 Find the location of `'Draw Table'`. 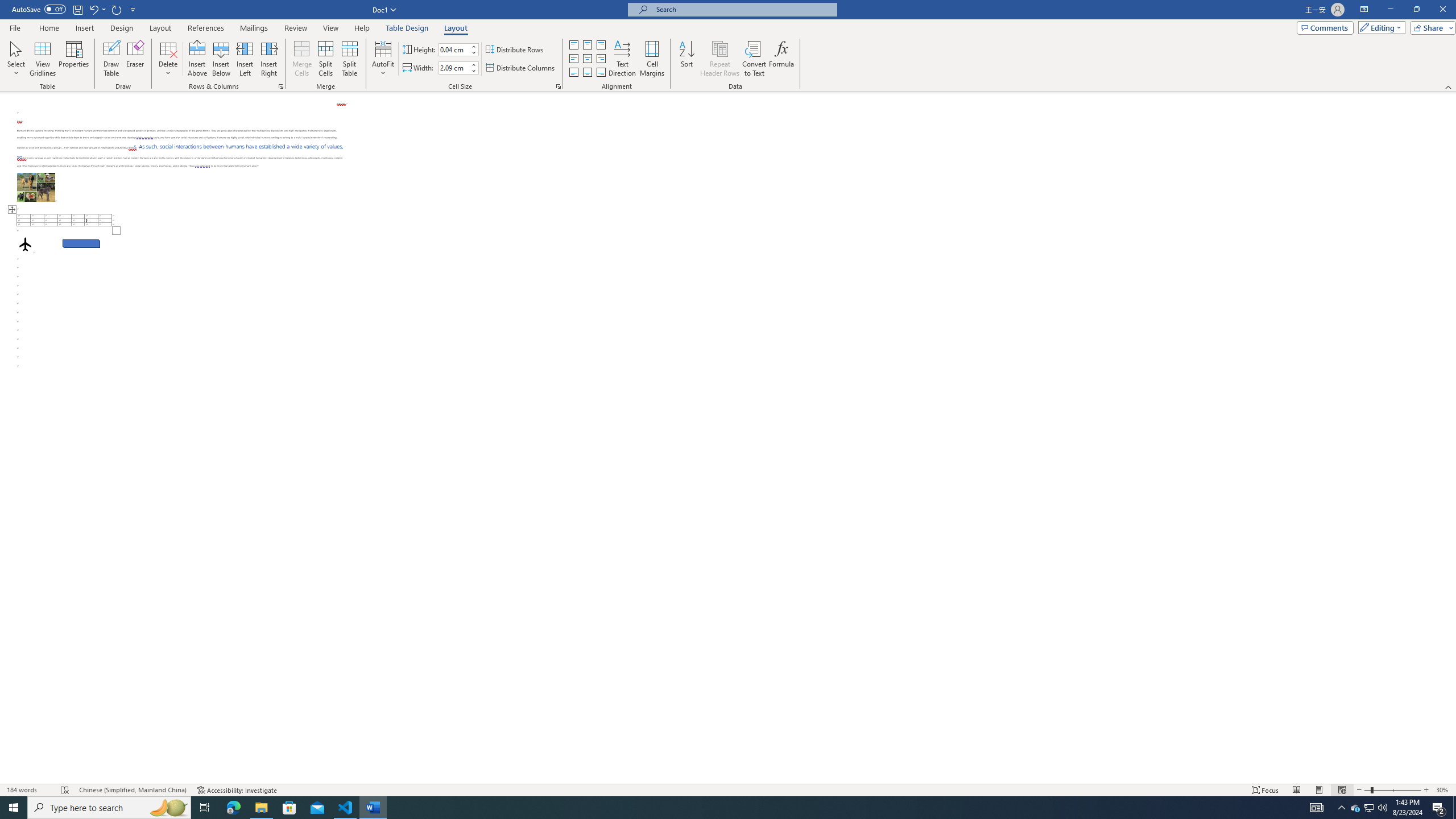

'Draw Table' is located at coordinates (111, 59).